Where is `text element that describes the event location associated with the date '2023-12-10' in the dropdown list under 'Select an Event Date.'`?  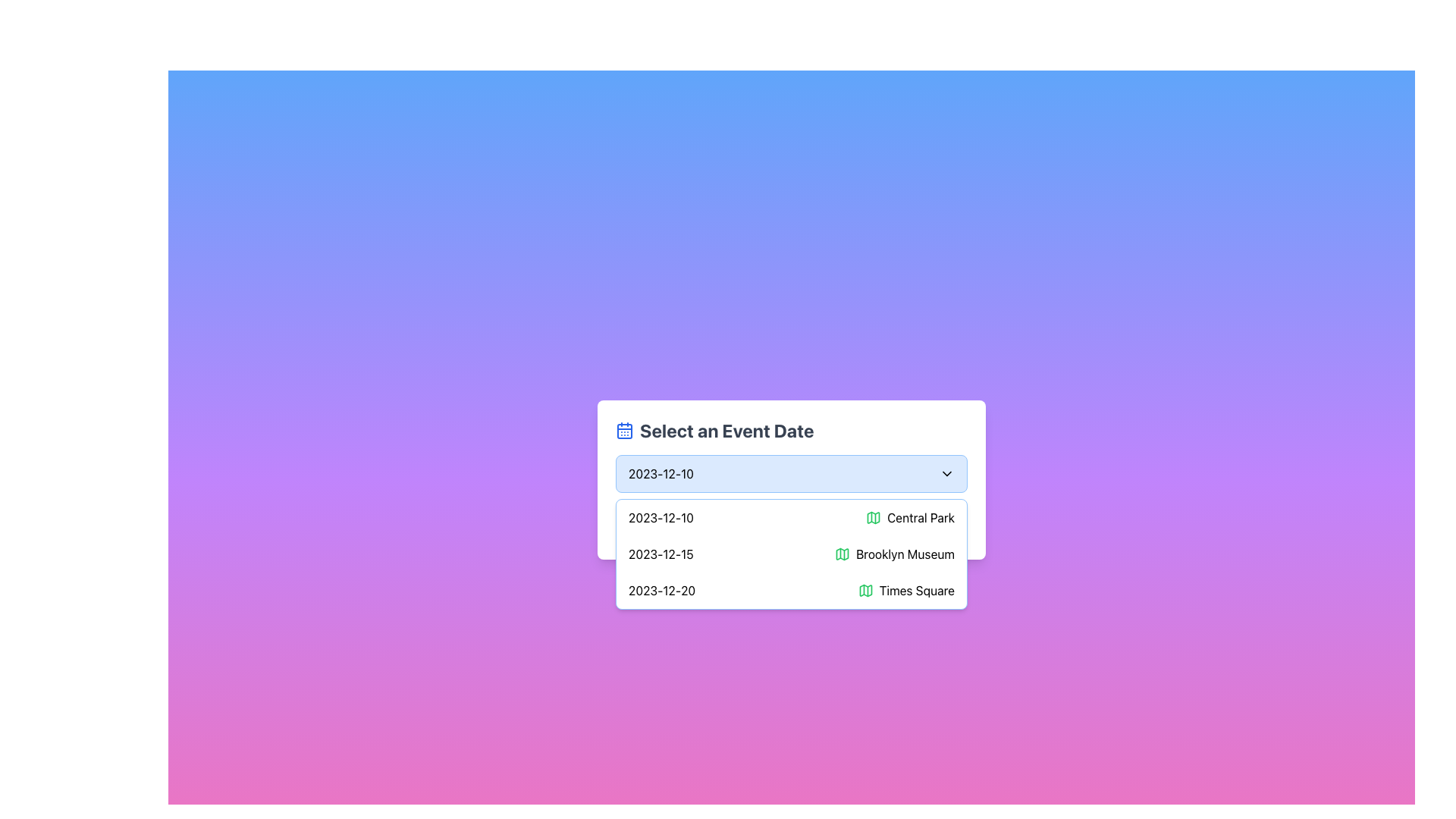 text element that describes the event location associated with the date '2023-12-10' in the dropdown list under 'Select an Event Date.' is located at coordinates (910, 516).